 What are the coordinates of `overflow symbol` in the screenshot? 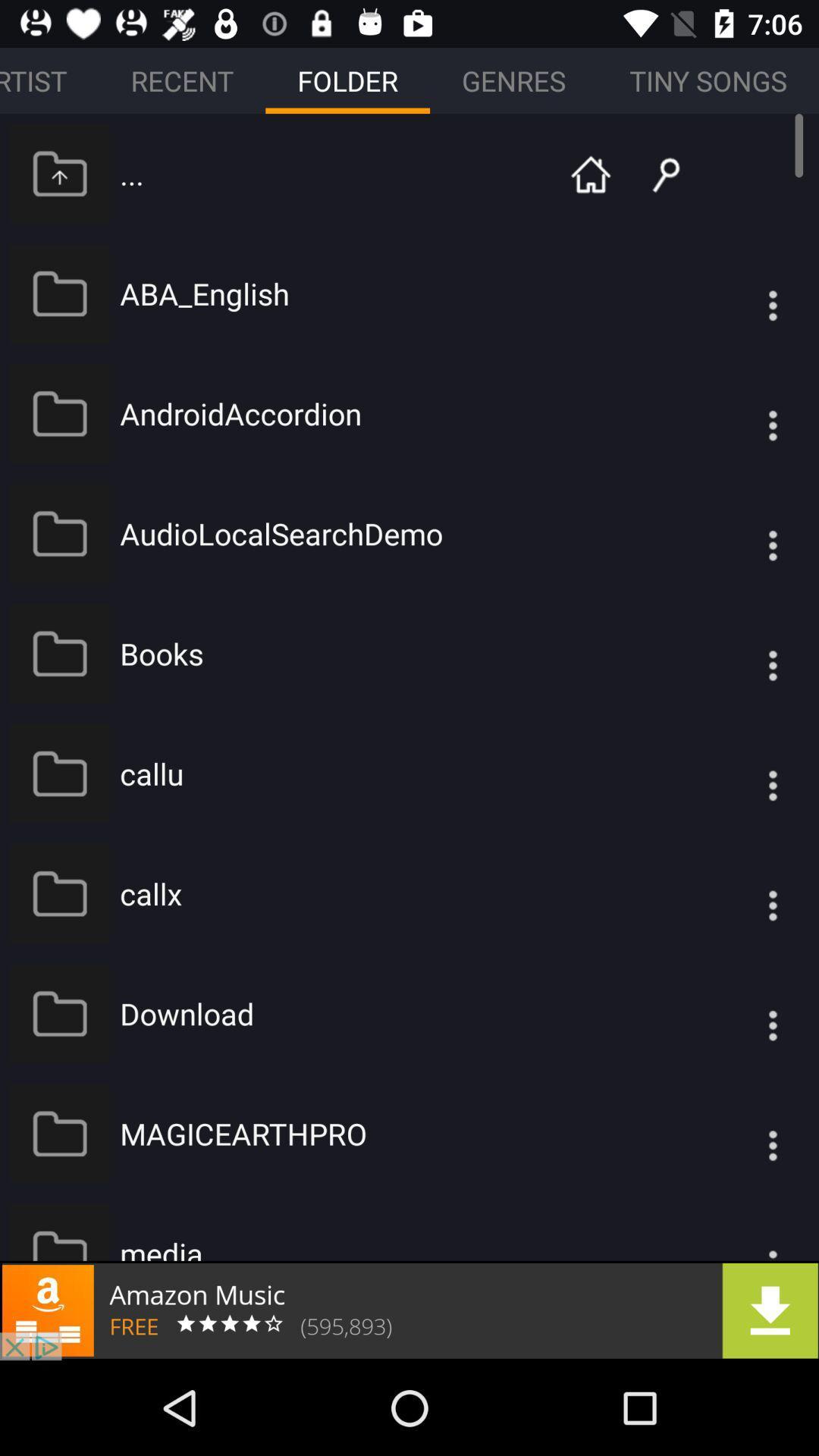 It's located at (742, 413).